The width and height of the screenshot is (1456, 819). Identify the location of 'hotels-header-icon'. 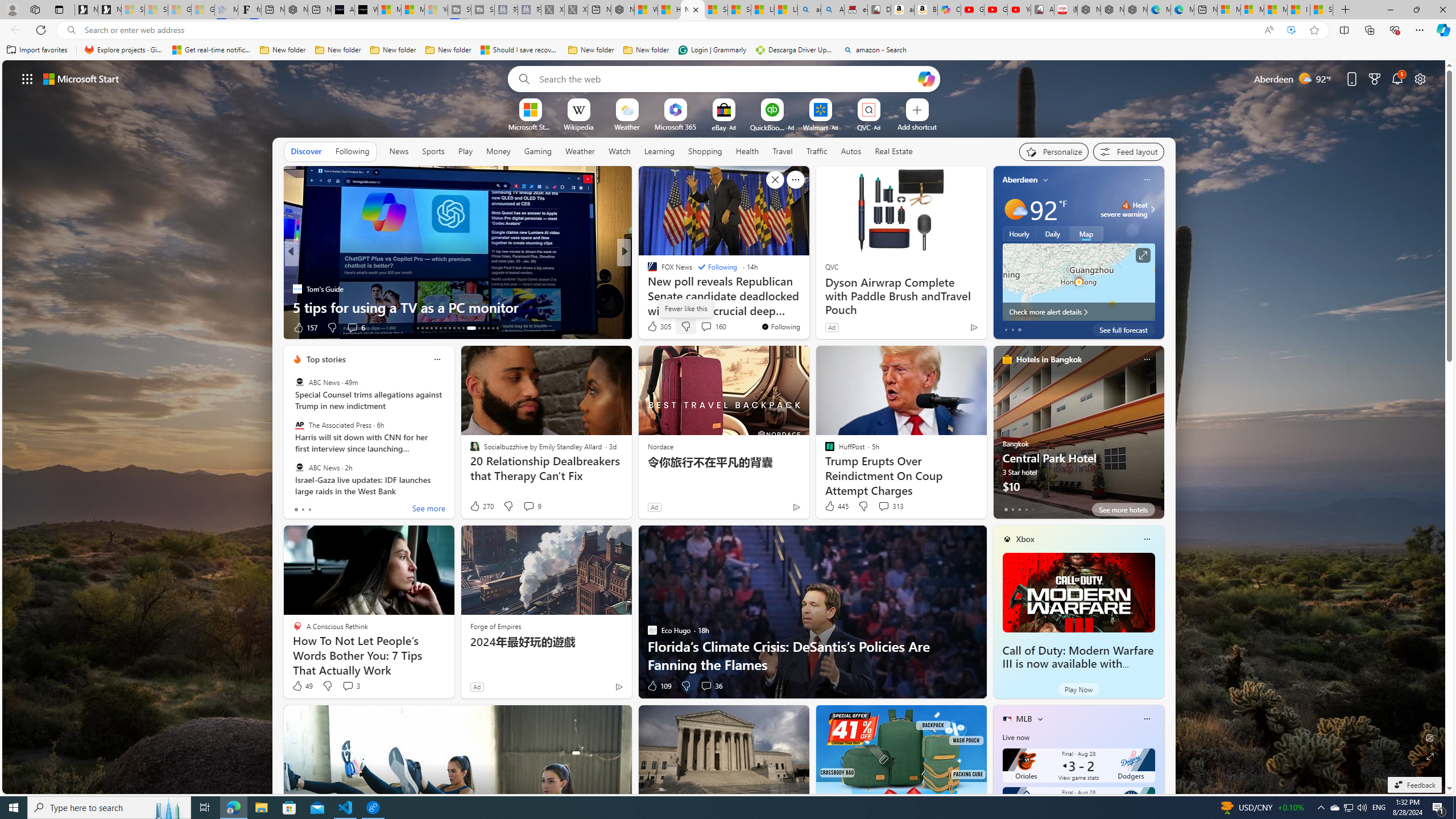
(1006, 359).